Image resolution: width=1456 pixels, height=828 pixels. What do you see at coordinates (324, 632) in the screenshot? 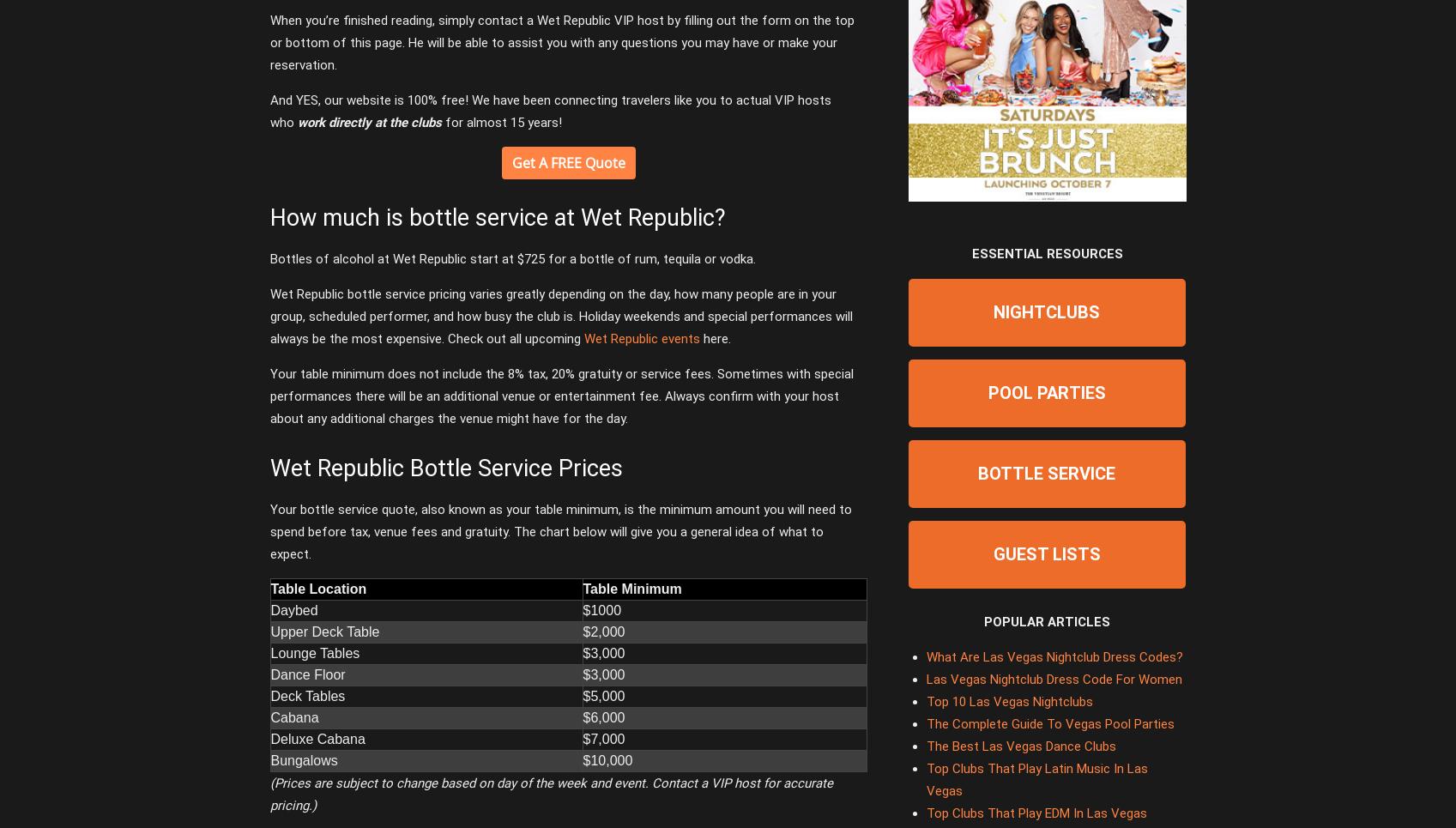
I see `'Upper Deck Table'` at bounding box center [324, 632].